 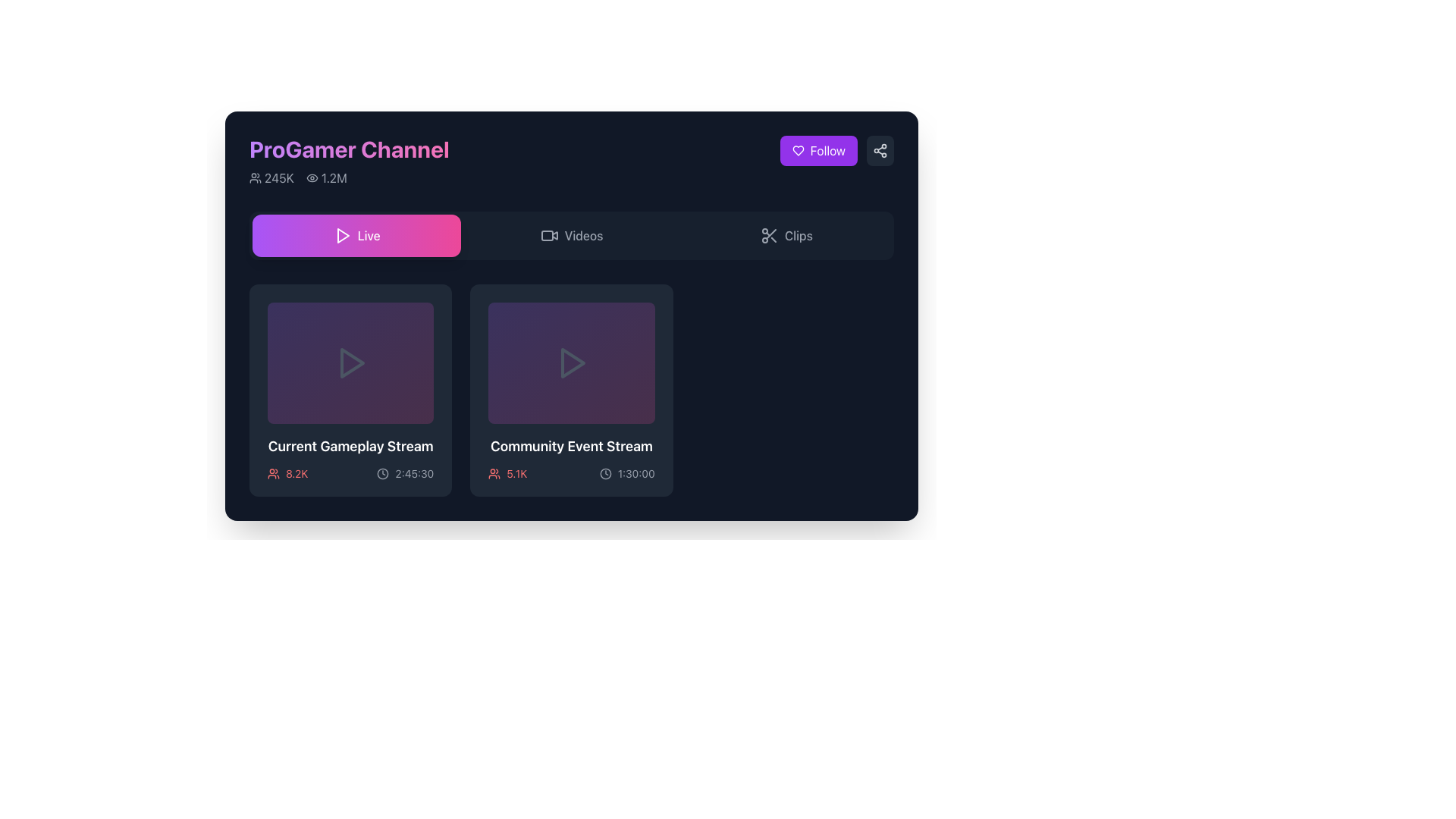 What do you see at coordinates (570, 362) in the screenshot?
I see `background gradient of the Multimedia card with the central play icon located in the second column under the 'Community Event Stream' label` at bounding box center [570, 362].